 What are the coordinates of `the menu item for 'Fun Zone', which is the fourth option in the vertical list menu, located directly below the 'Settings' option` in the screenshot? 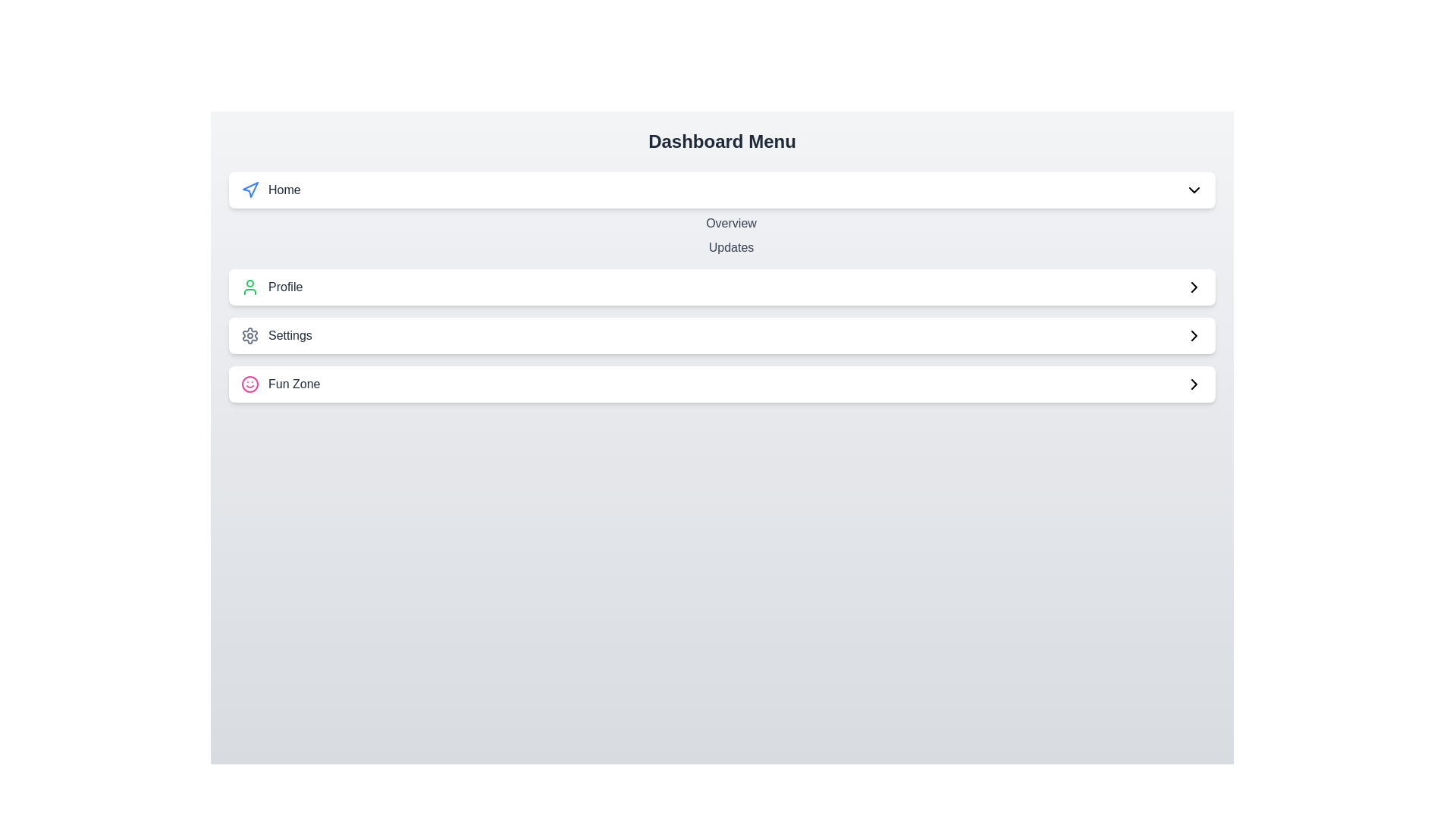 It's located at (721, 383).